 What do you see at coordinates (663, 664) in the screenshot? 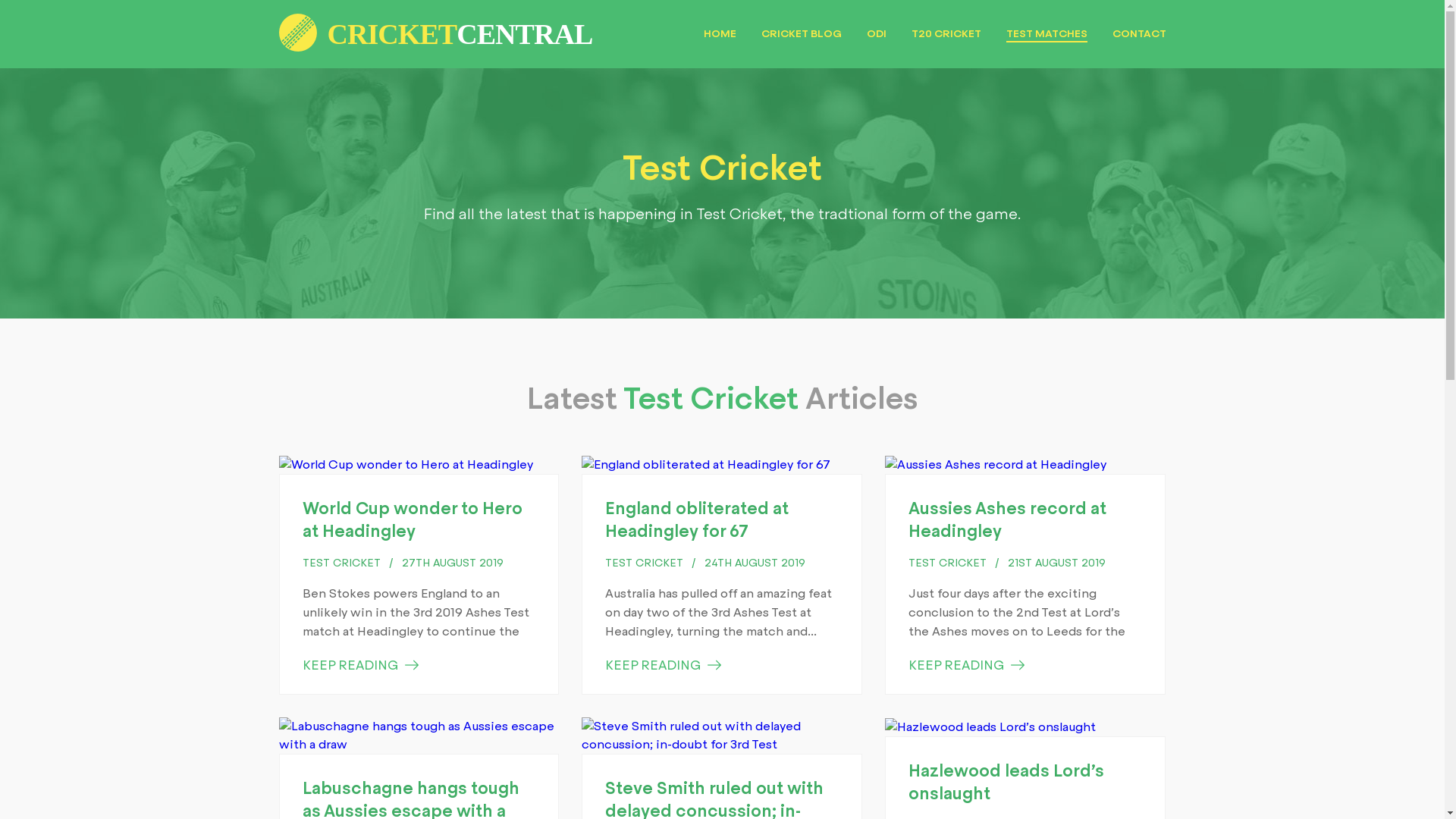
I see `'KEEP READING'` at bounding box center [663, 664].